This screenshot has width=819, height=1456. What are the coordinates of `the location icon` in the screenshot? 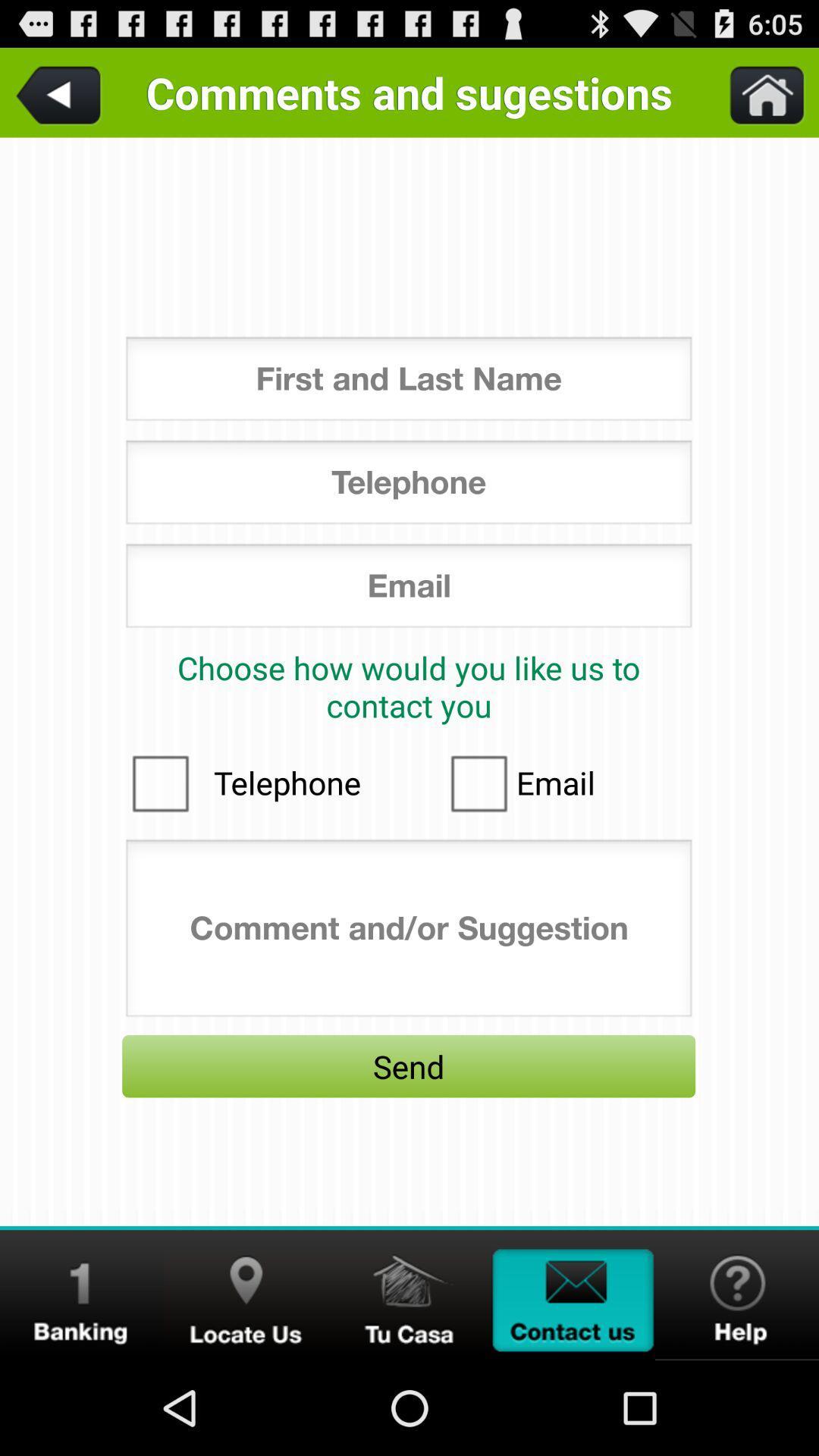 It's located at (245, 1386).